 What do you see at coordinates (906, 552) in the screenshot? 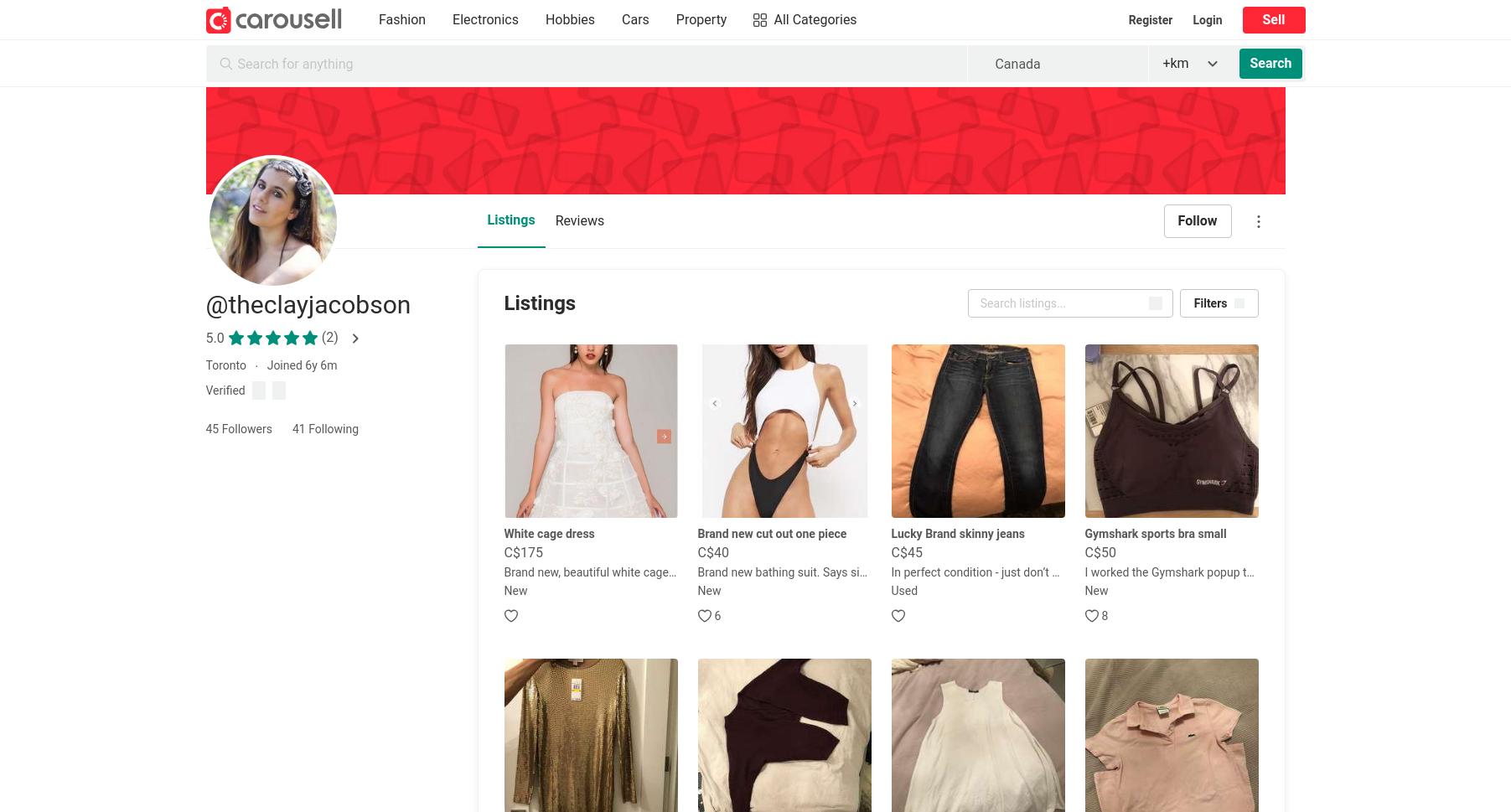
I see `'C$45'` at bounding box center [906, 552].